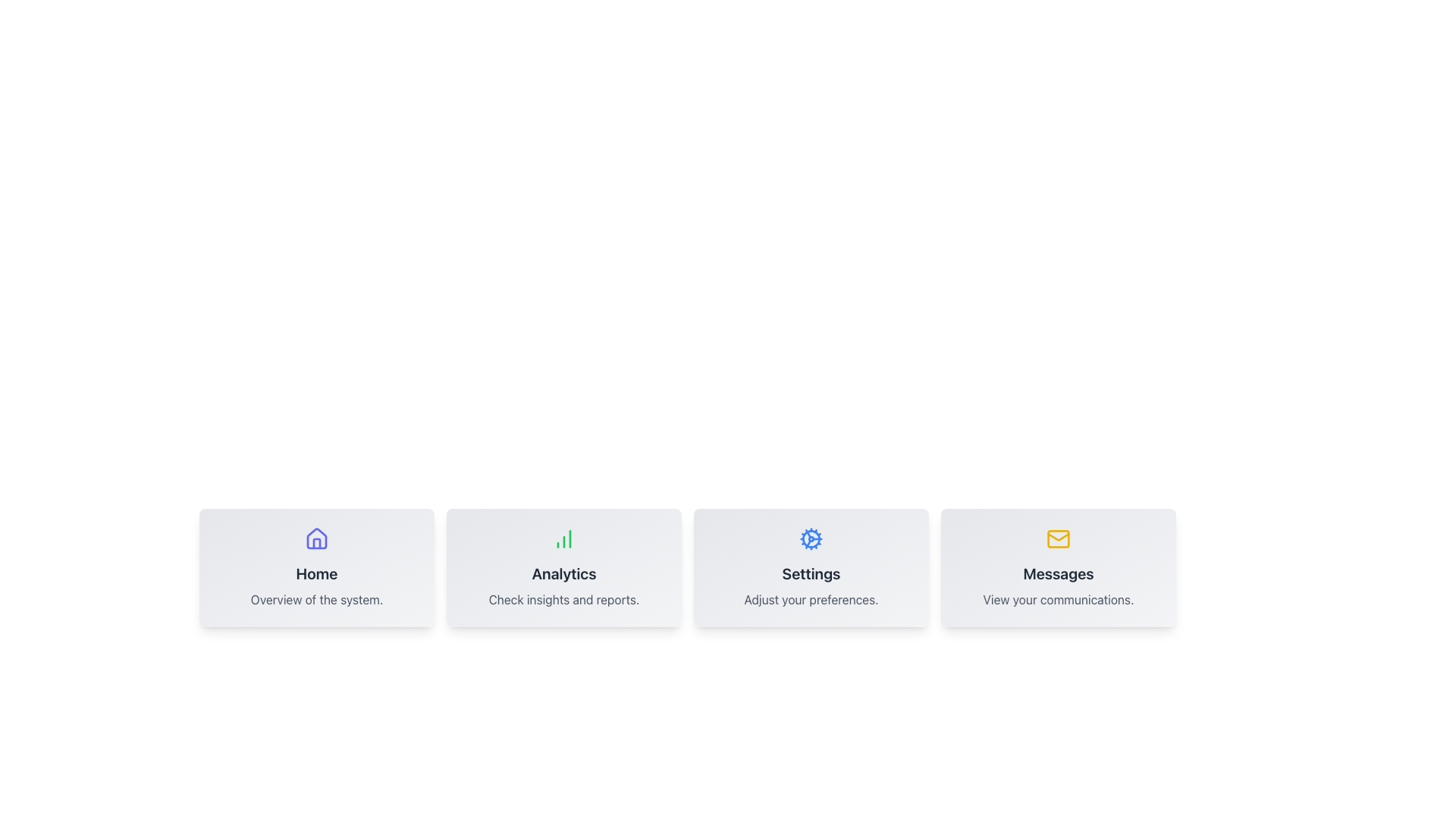 Image resolution: width=1456 pixels, height=819 pixels. Describe the element at coordinates (1058, 567) in the screenshot. I see `the fourth card in the grid layout` at that location.